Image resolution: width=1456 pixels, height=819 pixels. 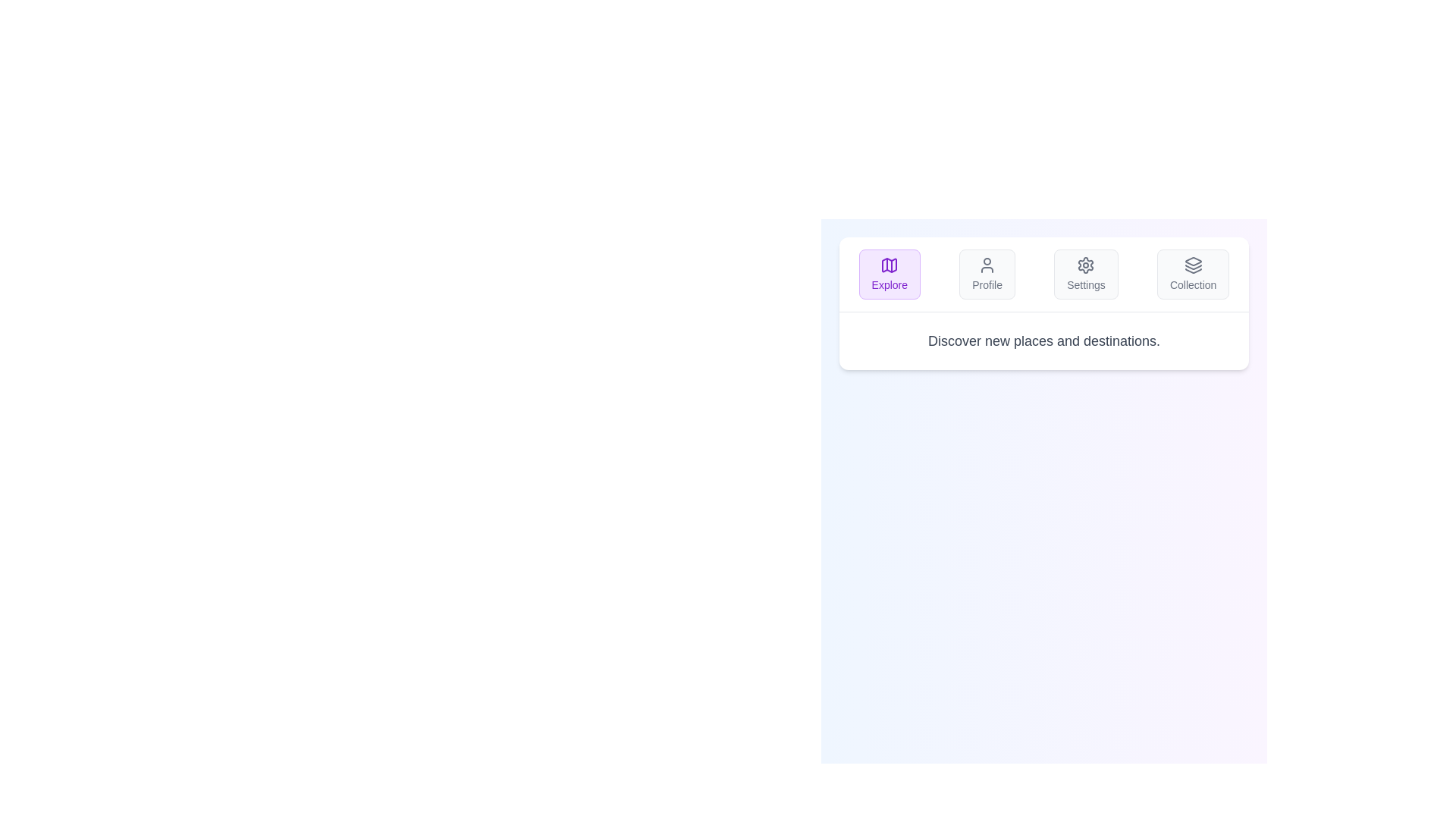 I want to click on the 'Explore' icon located within the button at the top-left of the navigation panel, which visually represents the function of exploring content or locations, so click(x=890, y=265).